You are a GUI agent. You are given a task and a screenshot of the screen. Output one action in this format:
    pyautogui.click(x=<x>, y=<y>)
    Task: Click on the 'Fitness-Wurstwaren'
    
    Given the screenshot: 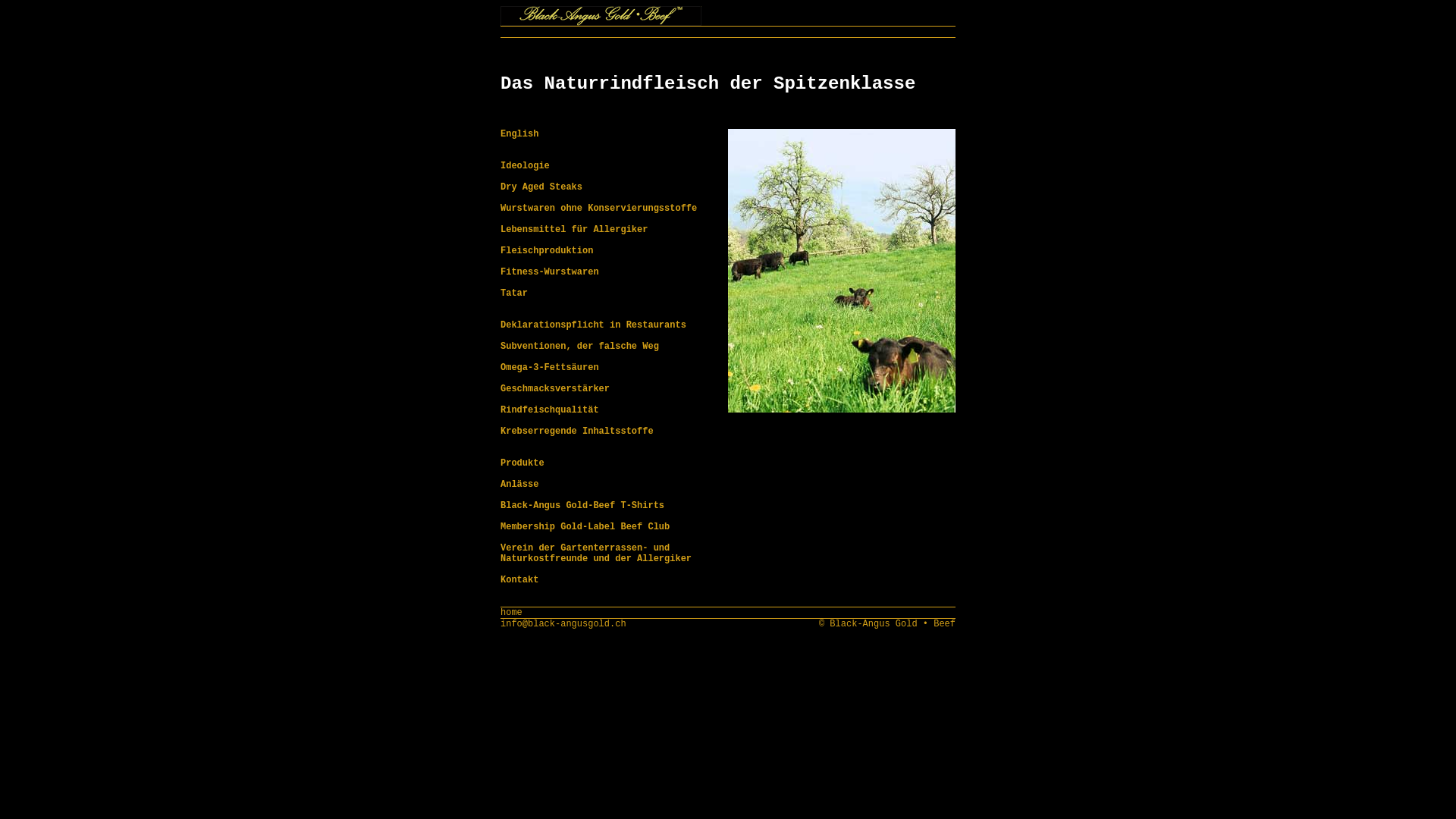 What is the action you would take?
    pyautogui.click(x=500, y=271)
    